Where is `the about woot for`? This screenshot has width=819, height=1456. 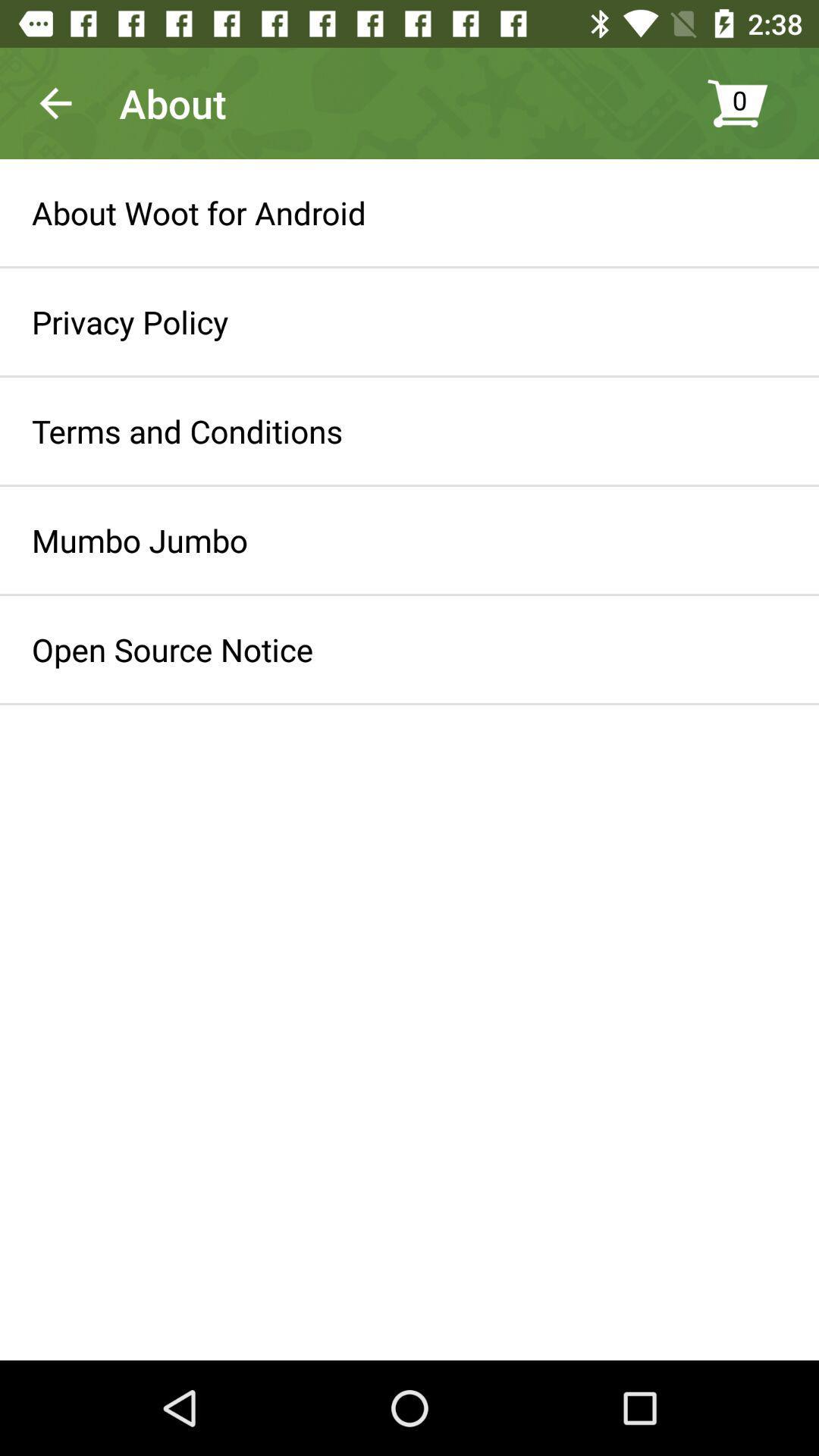 the about woot for is located at coordinates (198, 212).